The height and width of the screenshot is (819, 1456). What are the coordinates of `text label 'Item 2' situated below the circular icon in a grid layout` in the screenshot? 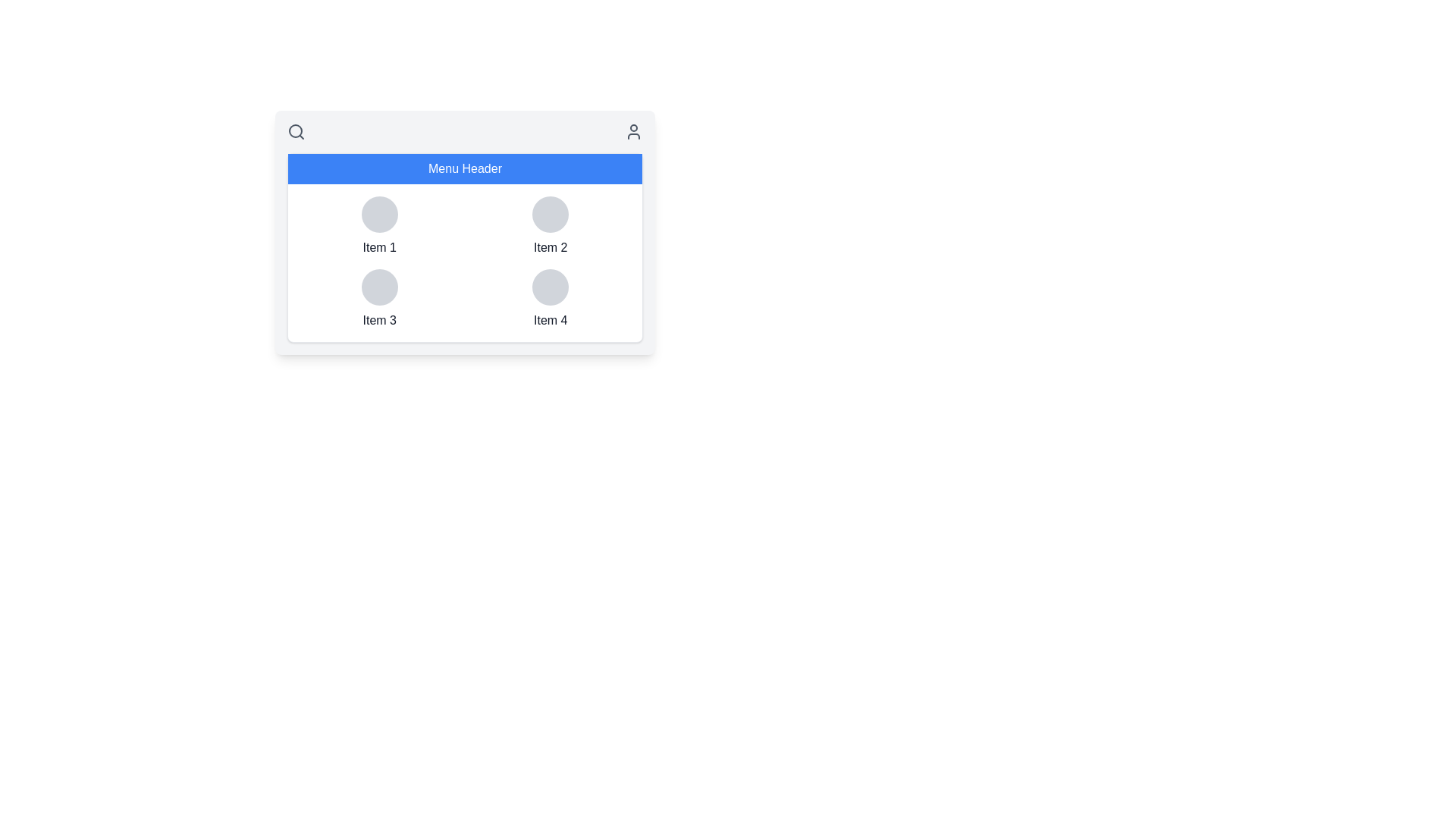 It's located at (550, 247).